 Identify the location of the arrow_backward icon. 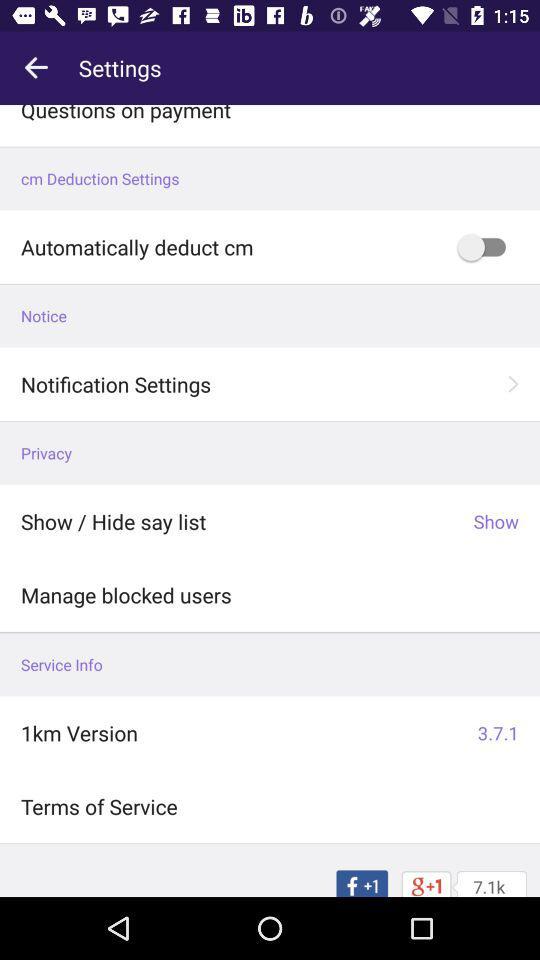
(36, 68).